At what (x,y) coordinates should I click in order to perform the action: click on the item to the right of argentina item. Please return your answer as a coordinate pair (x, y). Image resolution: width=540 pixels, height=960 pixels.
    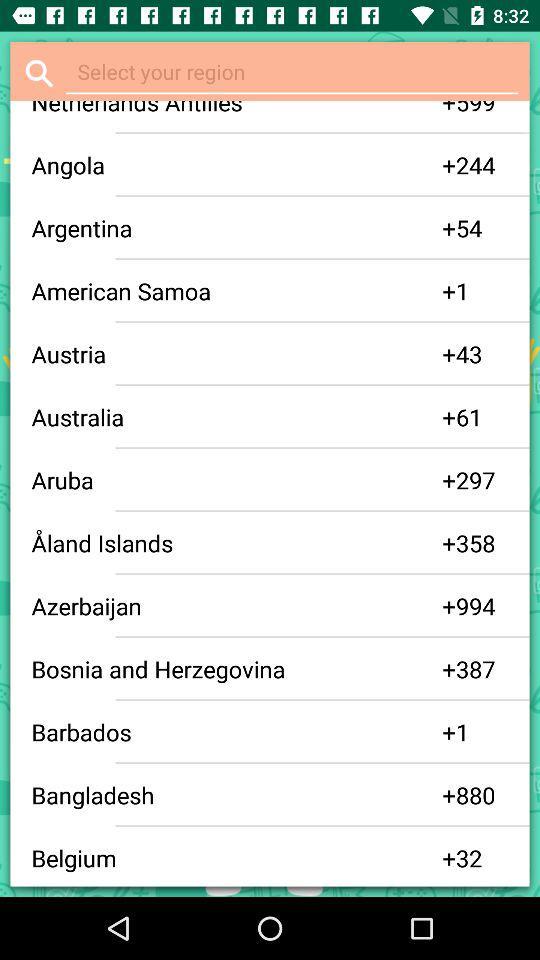
    Looking at the image, I should click on (449, 228).